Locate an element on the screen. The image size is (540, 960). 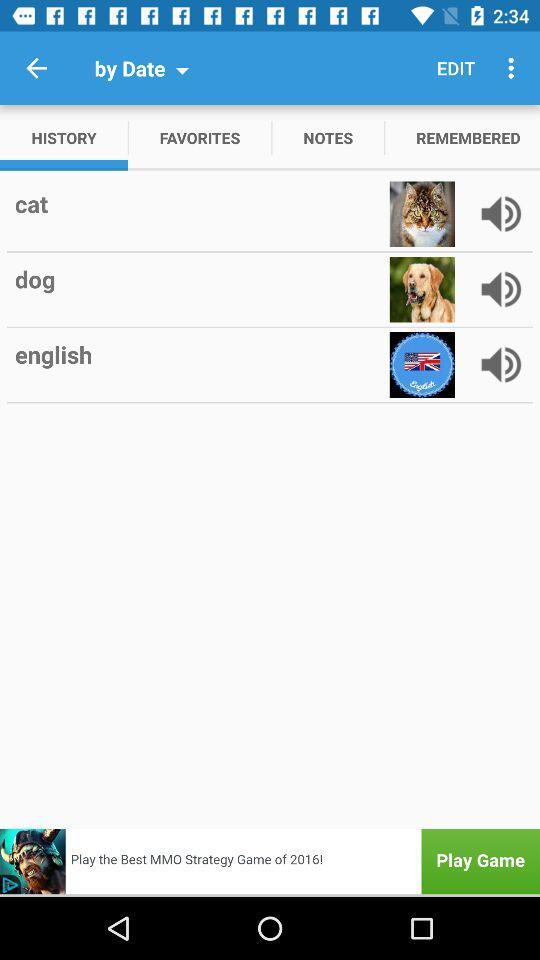
the item next to by date icon is located at coordinates (36, 68).